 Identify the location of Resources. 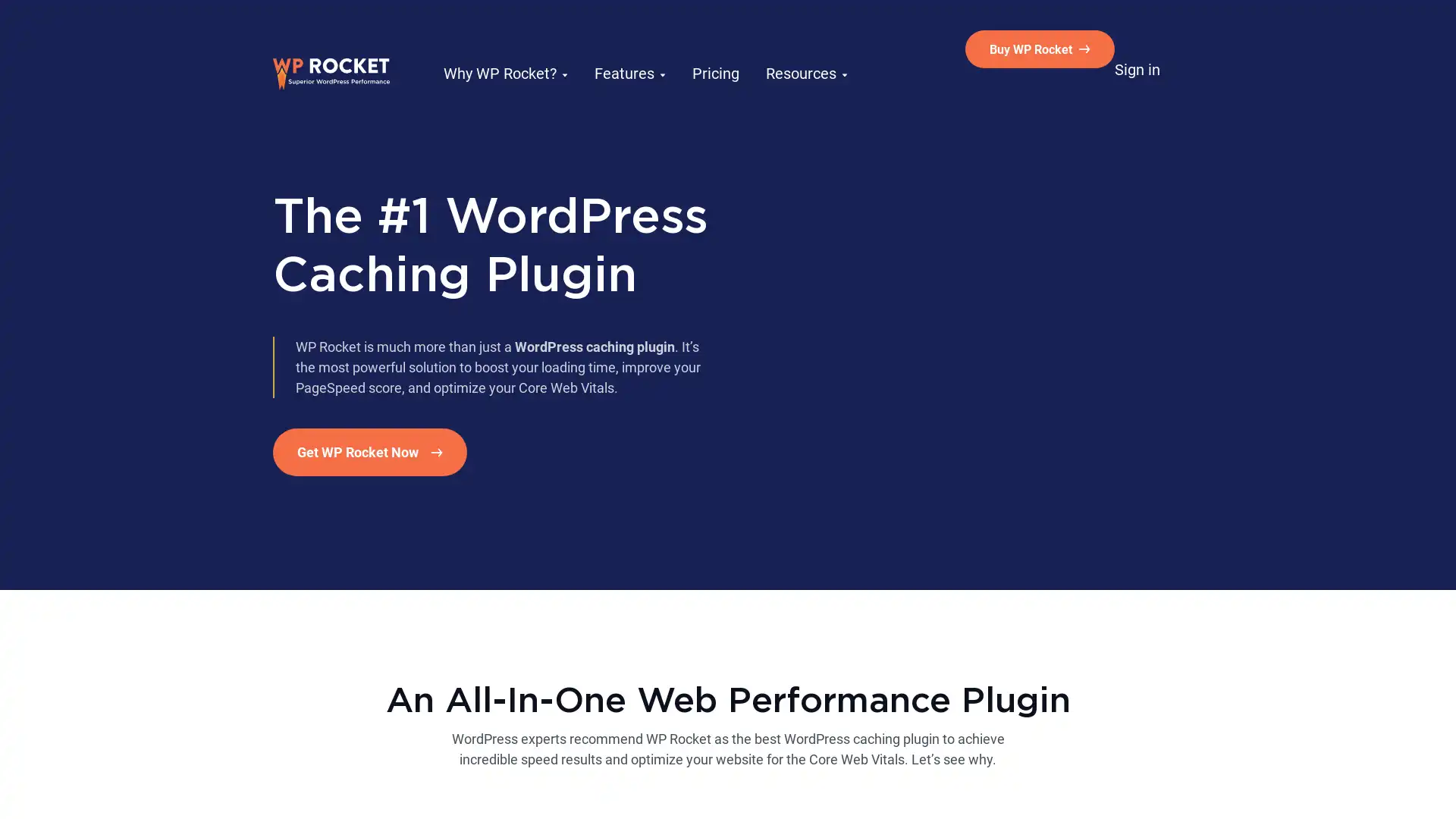
(780, 49).